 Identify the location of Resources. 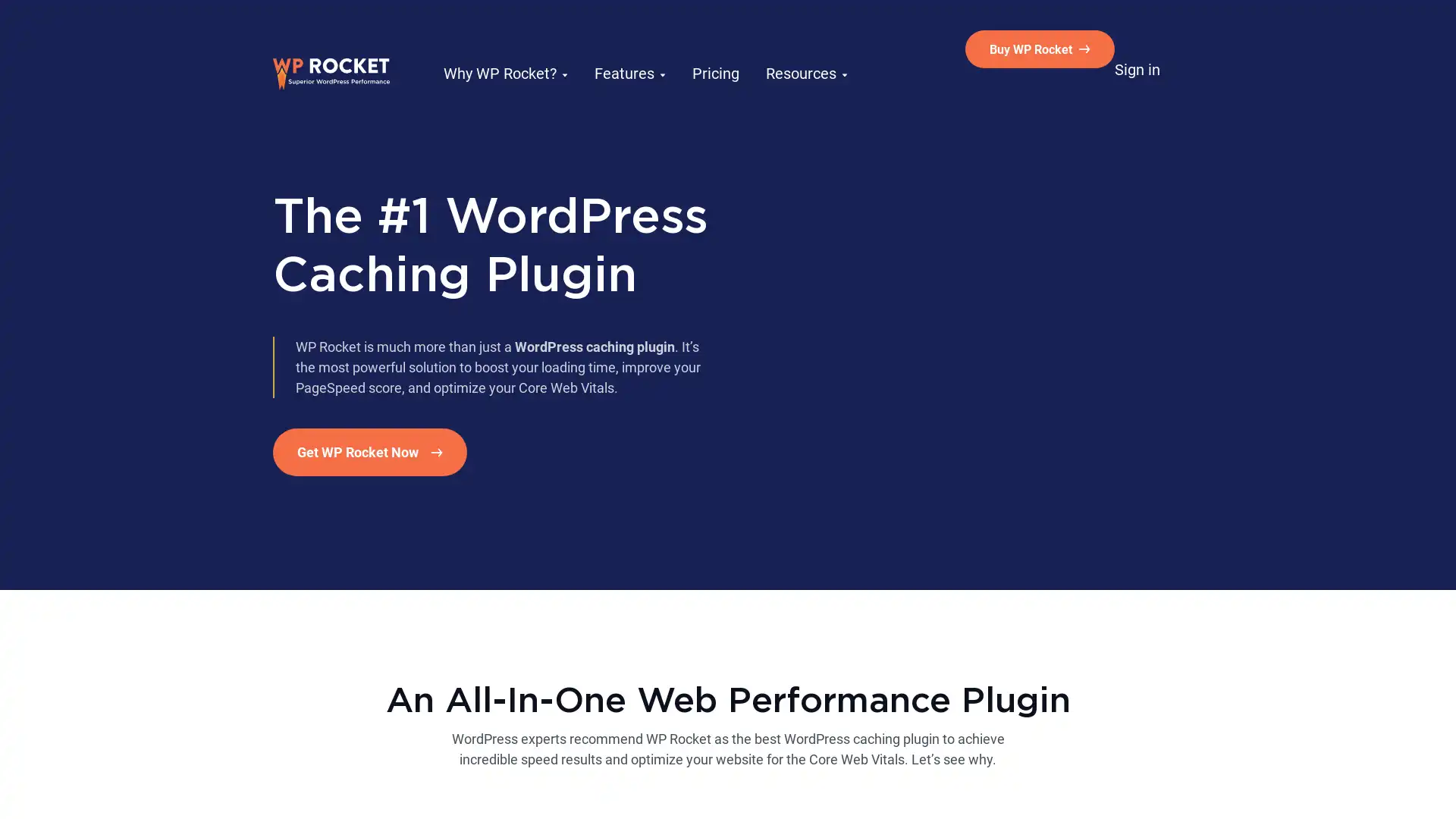
(780, 49).